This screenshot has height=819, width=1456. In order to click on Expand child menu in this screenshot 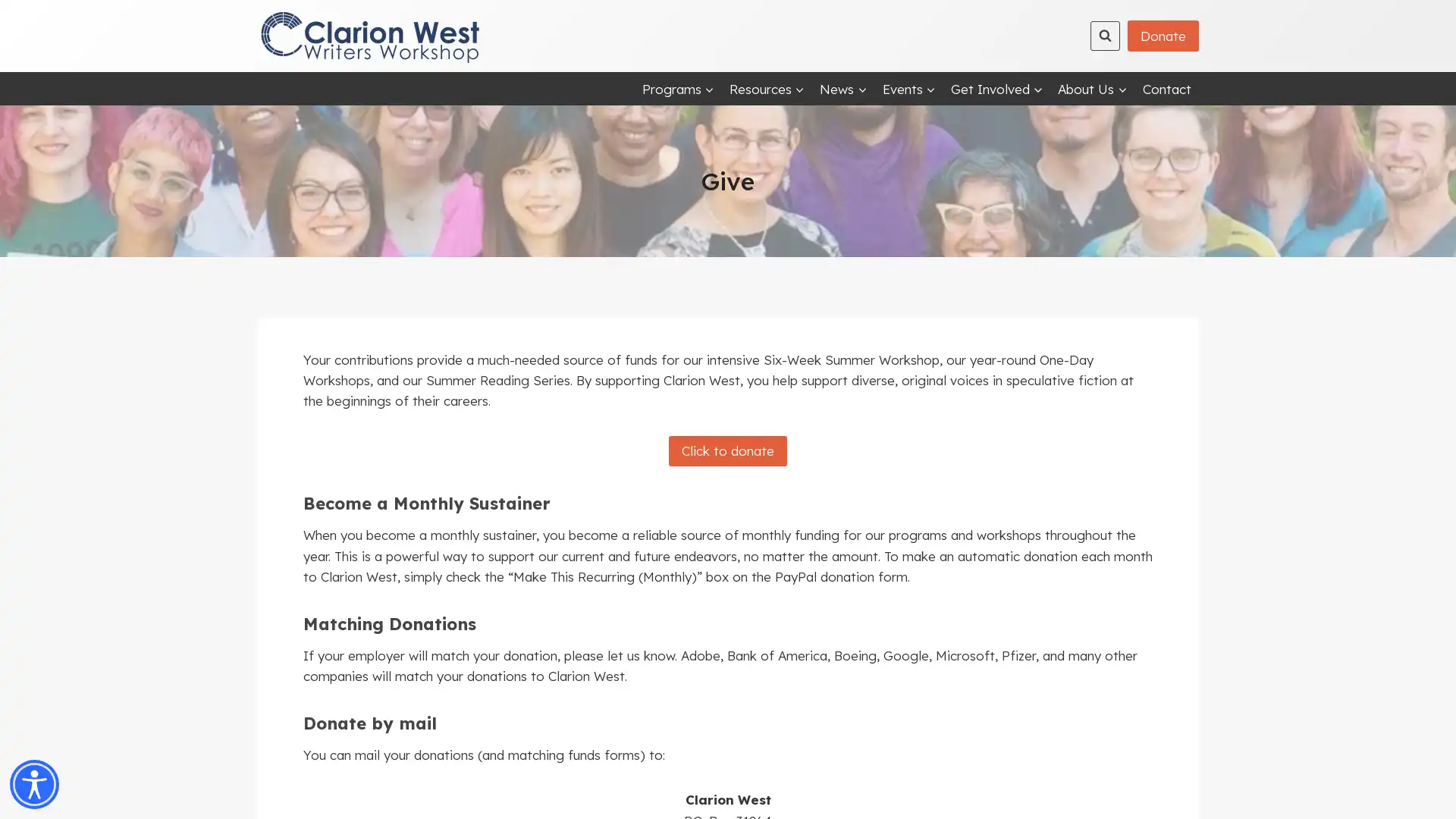, I will do `click(1092, 88)`.